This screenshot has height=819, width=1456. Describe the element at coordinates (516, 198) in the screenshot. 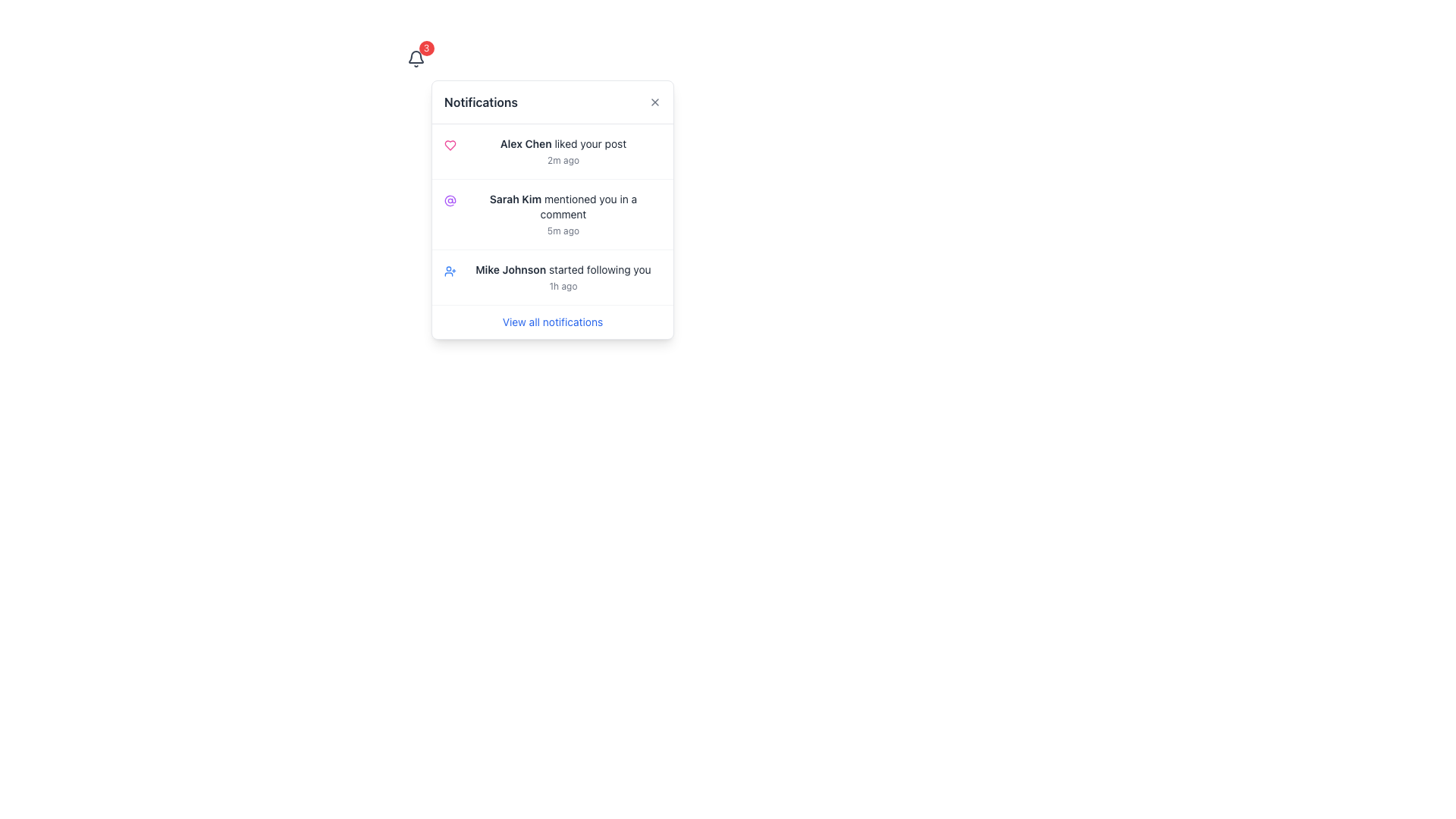

I see `text content of the user name label located in the second notification item, positioned to the right of the '@' symbol icon` at that location.